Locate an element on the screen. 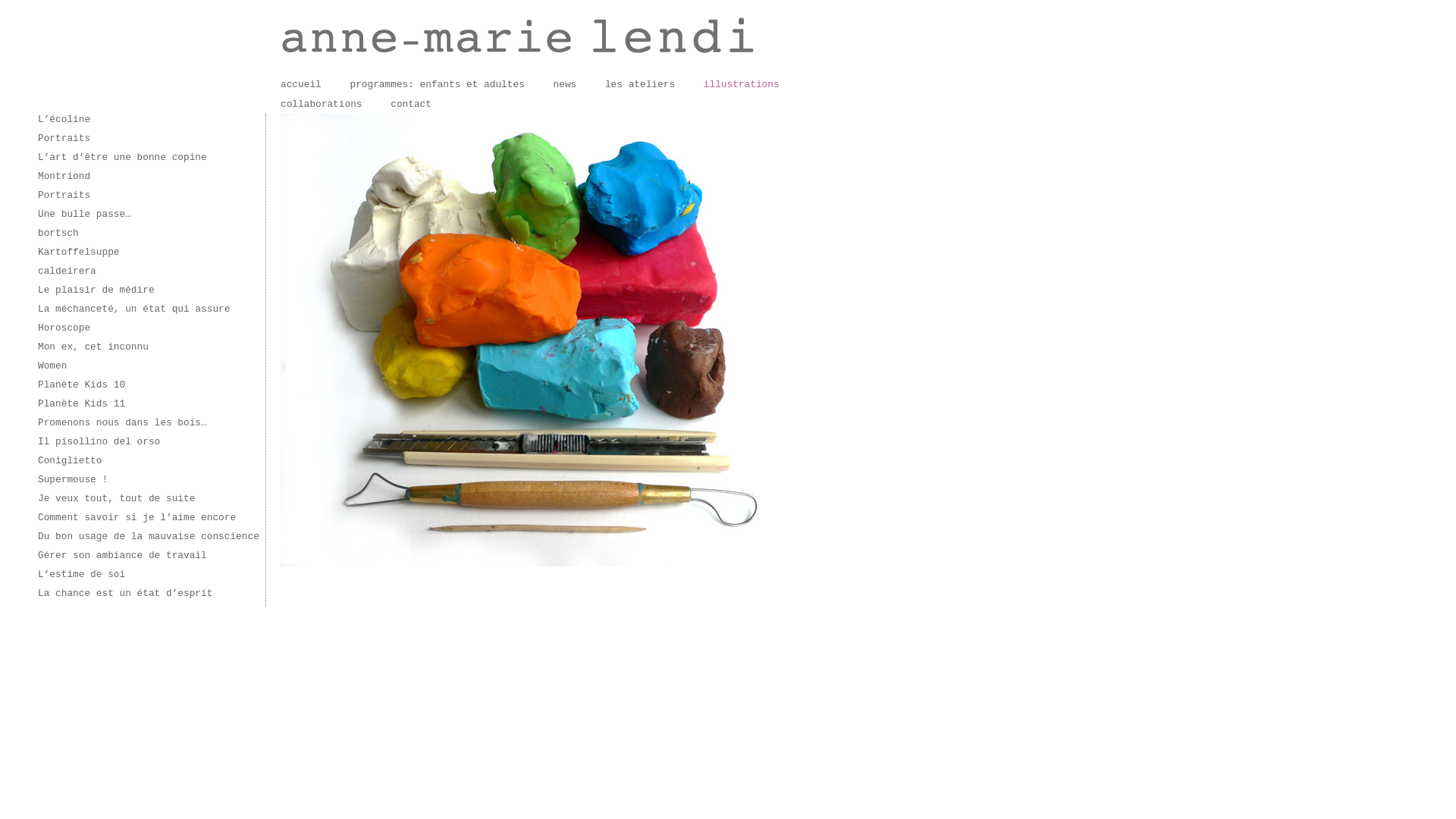  'accueil' is located at coordinates (301, 84).